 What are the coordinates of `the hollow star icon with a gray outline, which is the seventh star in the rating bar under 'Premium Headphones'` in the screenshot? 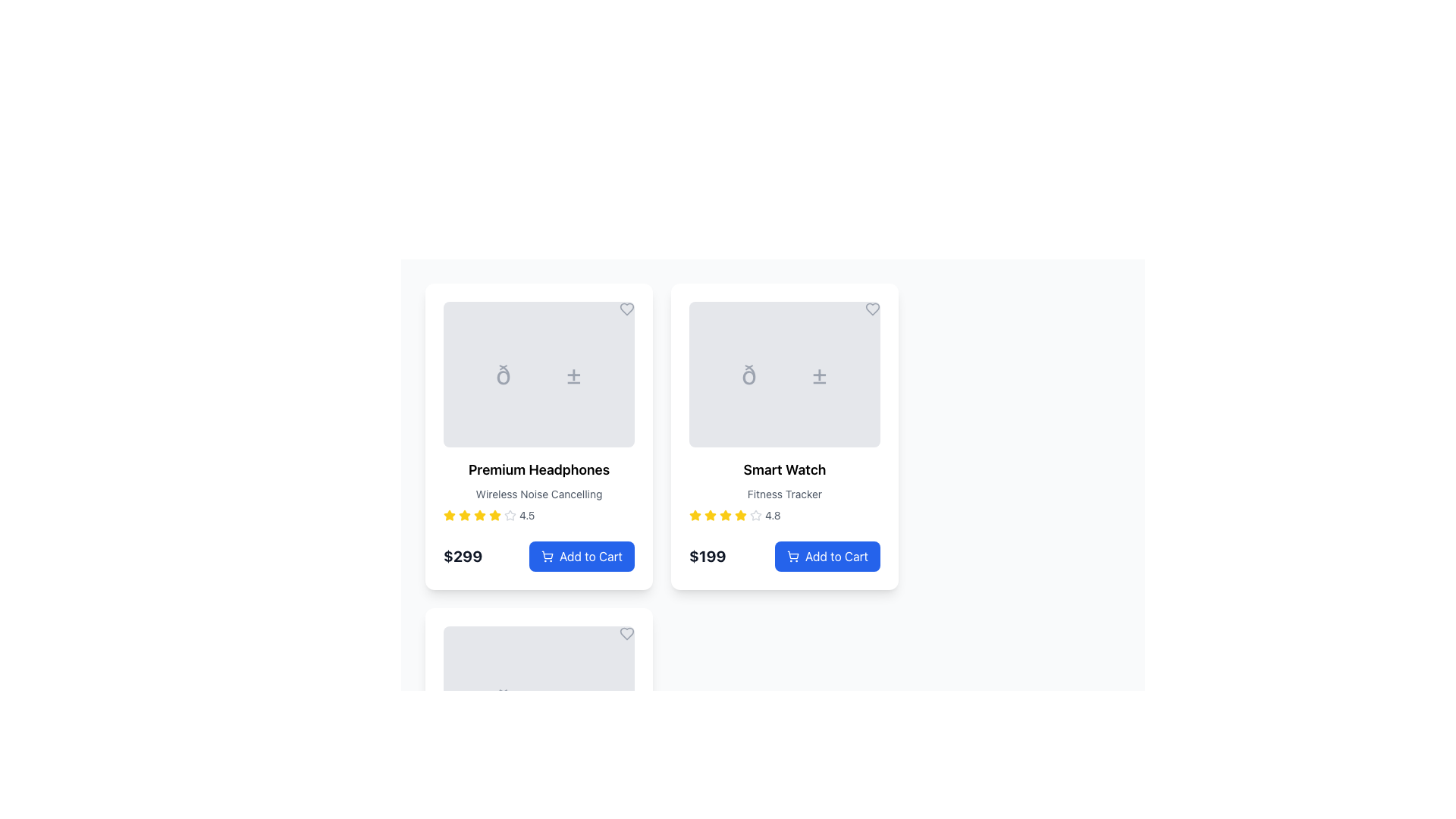 It's located at (510, 514).